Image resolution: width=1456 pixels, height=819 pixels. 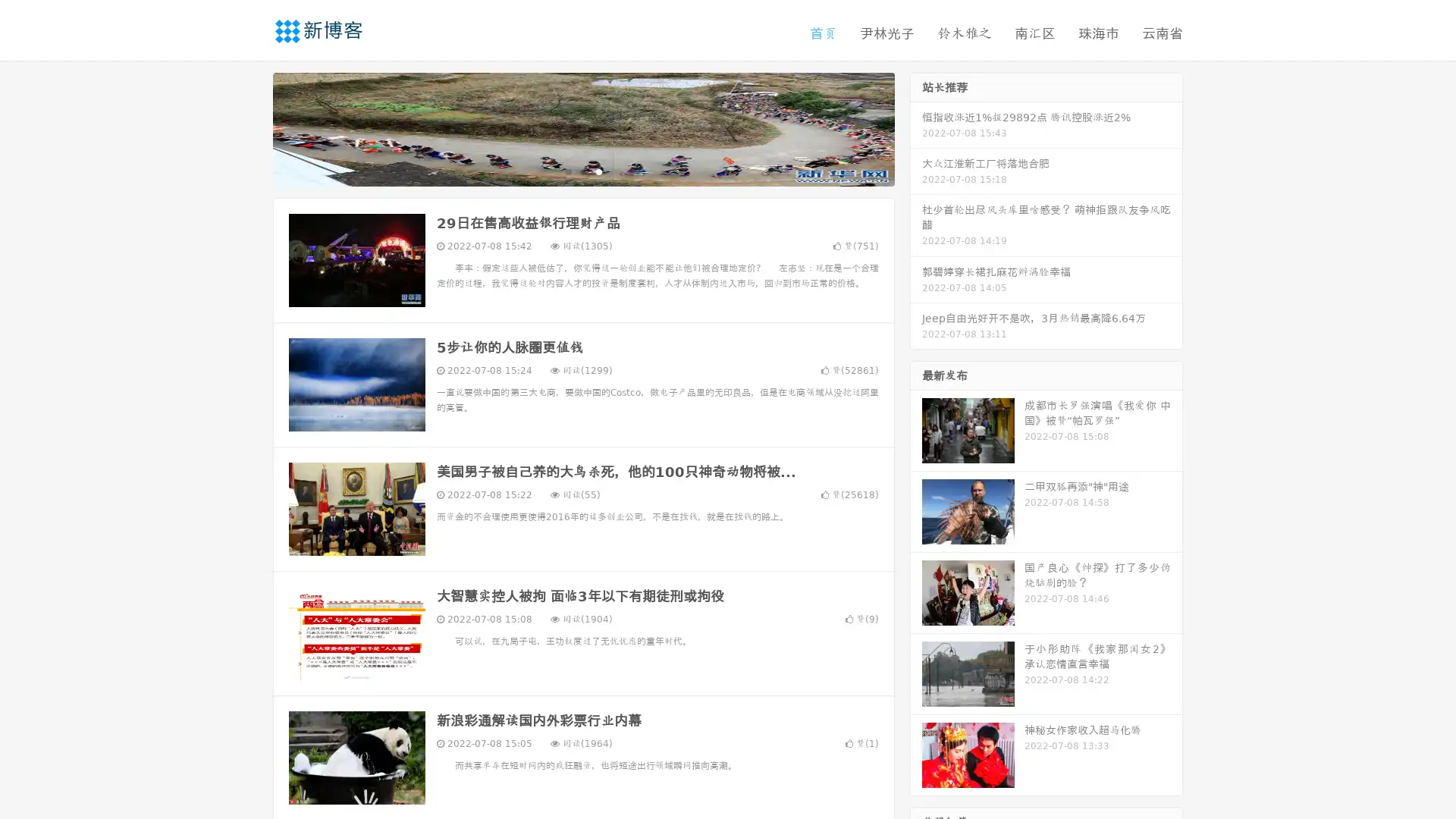 I want to click on Go to slide 2, so click(x=582, y=171).